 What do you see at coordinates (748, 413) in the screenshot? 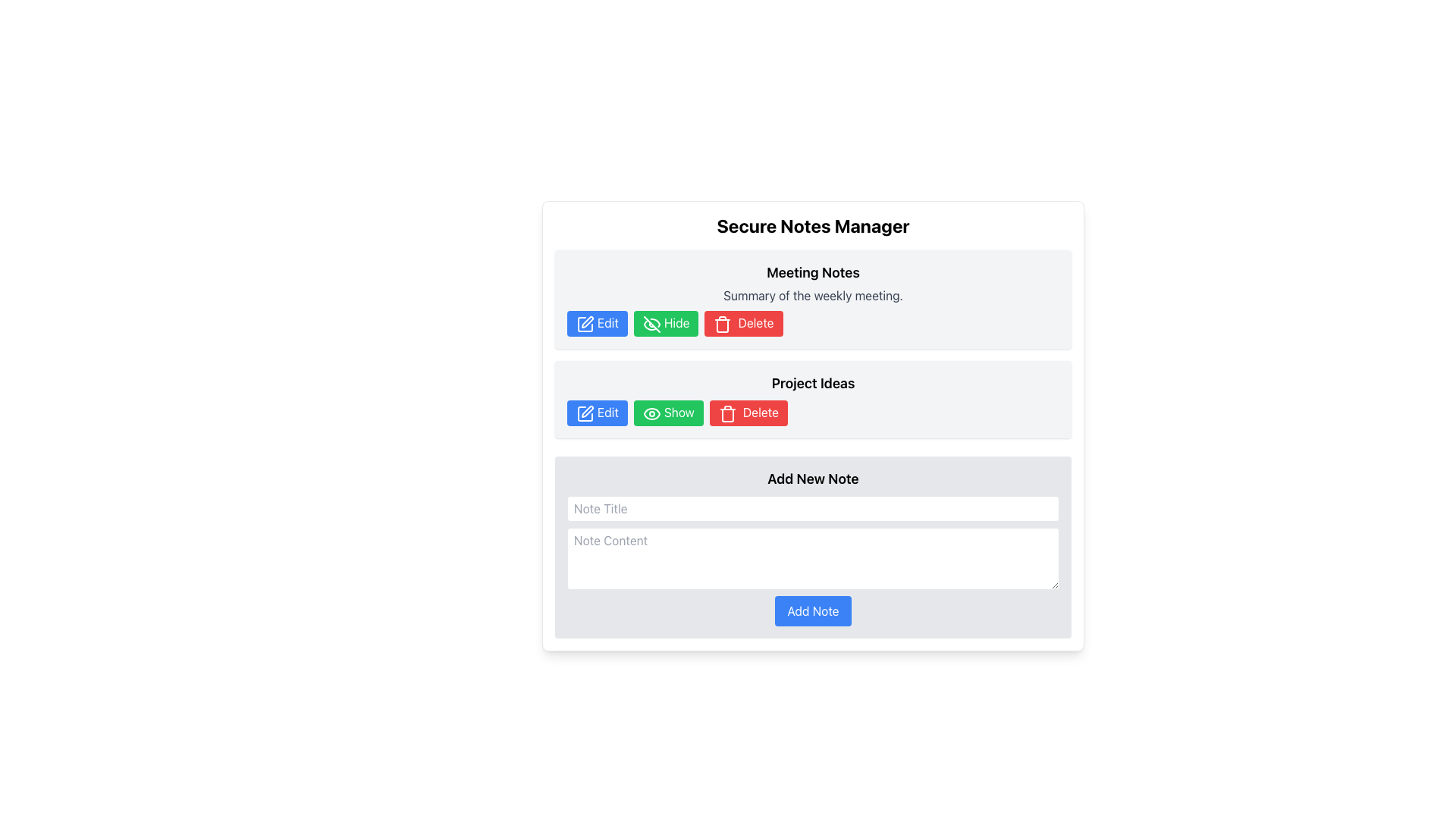
I see `the red 'Delete' button with a white trash can icon` at bounding box center [748, 413].